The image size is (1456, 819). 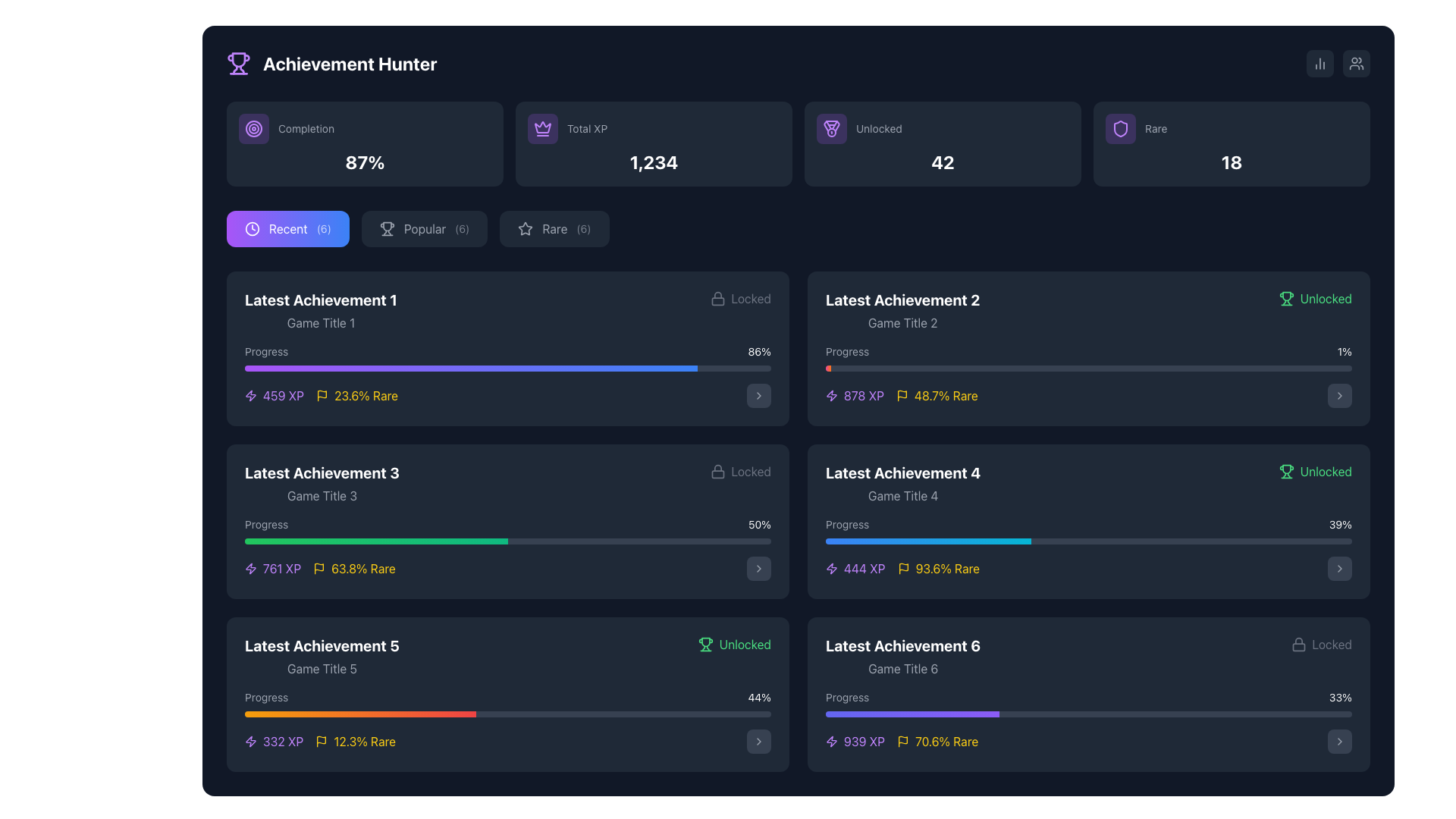 What do you see at coordinates (1298, 647) in the screenshot?
I see `the bottom rectangular segment of the lock icon representing 'Latest Achievement 6' located in the top-right corner of the achievement widget` at bounding box center [1298, 647].